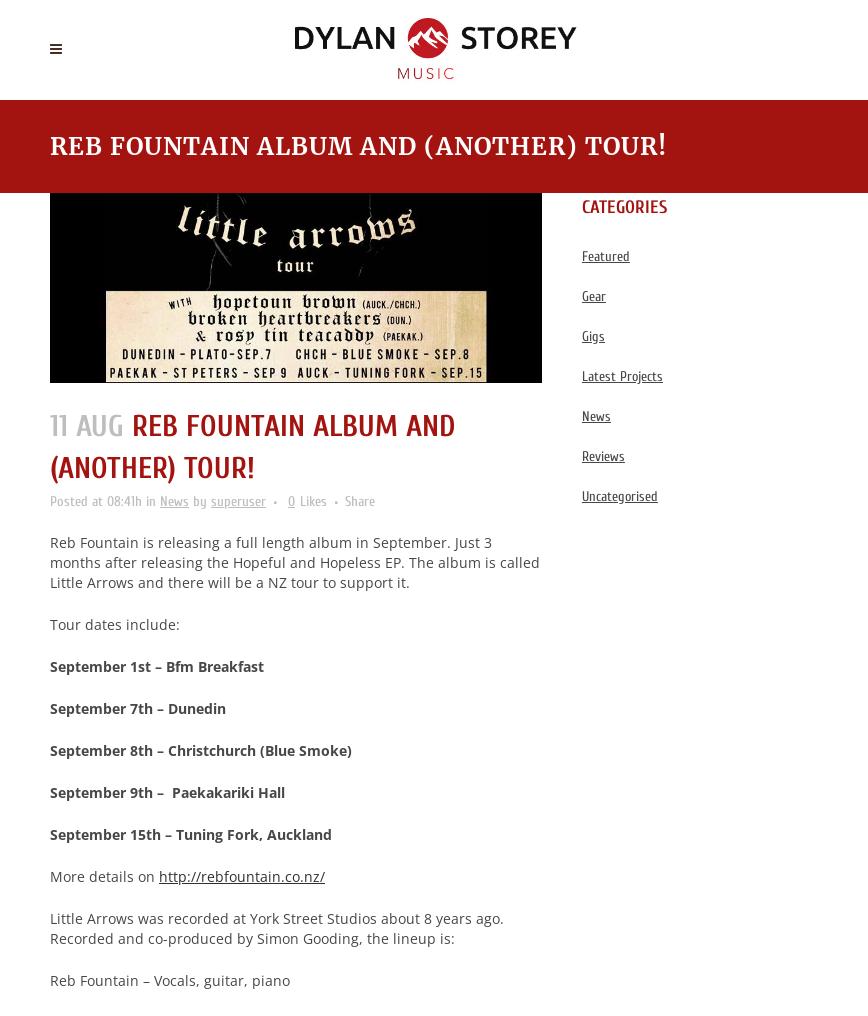  Describe the element at coordinates (618, 496) in the screenshot. I see `'Uncategorised'` at that location.